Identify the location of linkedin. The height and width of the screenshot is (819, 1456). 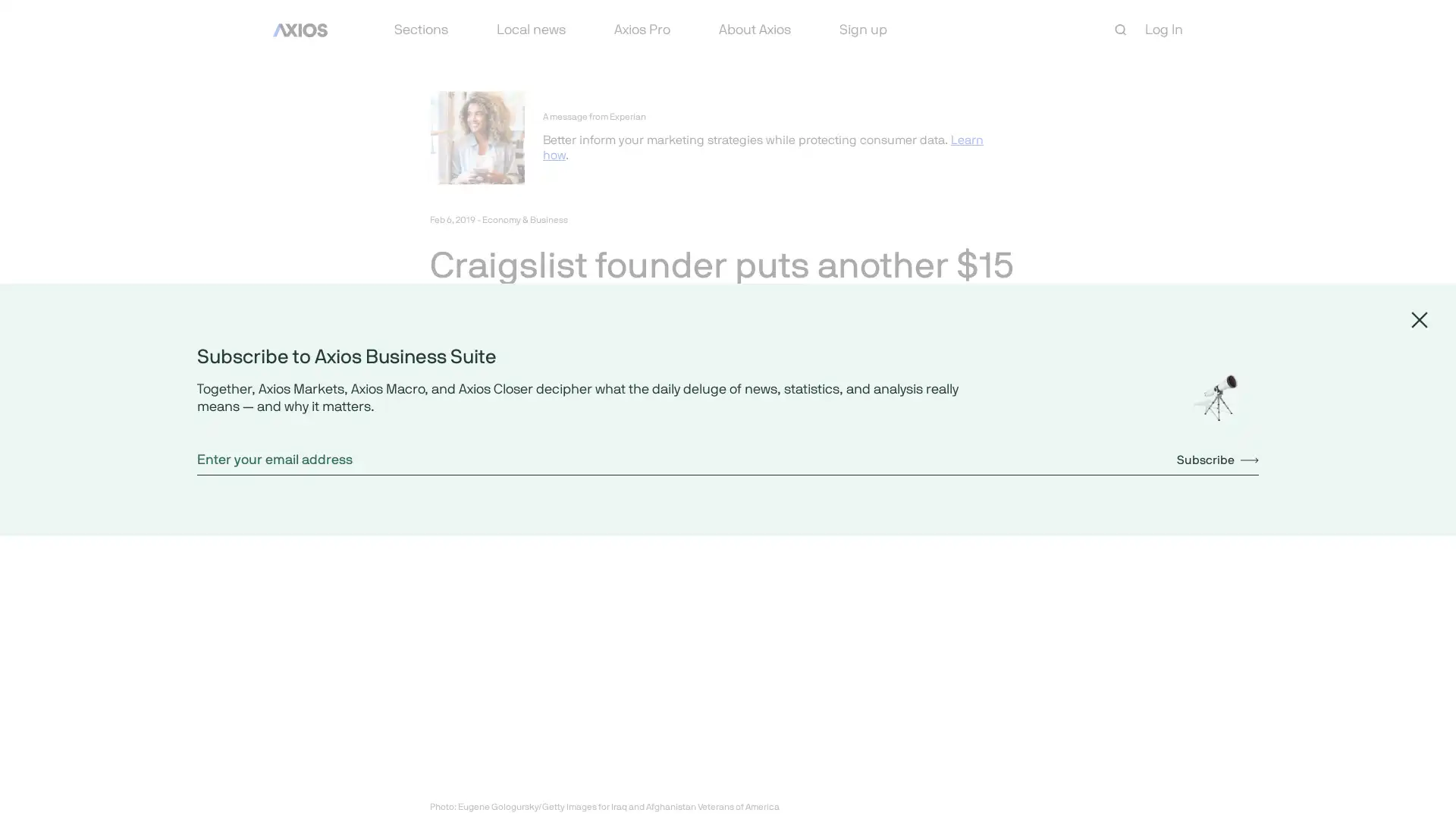
(513, 412).